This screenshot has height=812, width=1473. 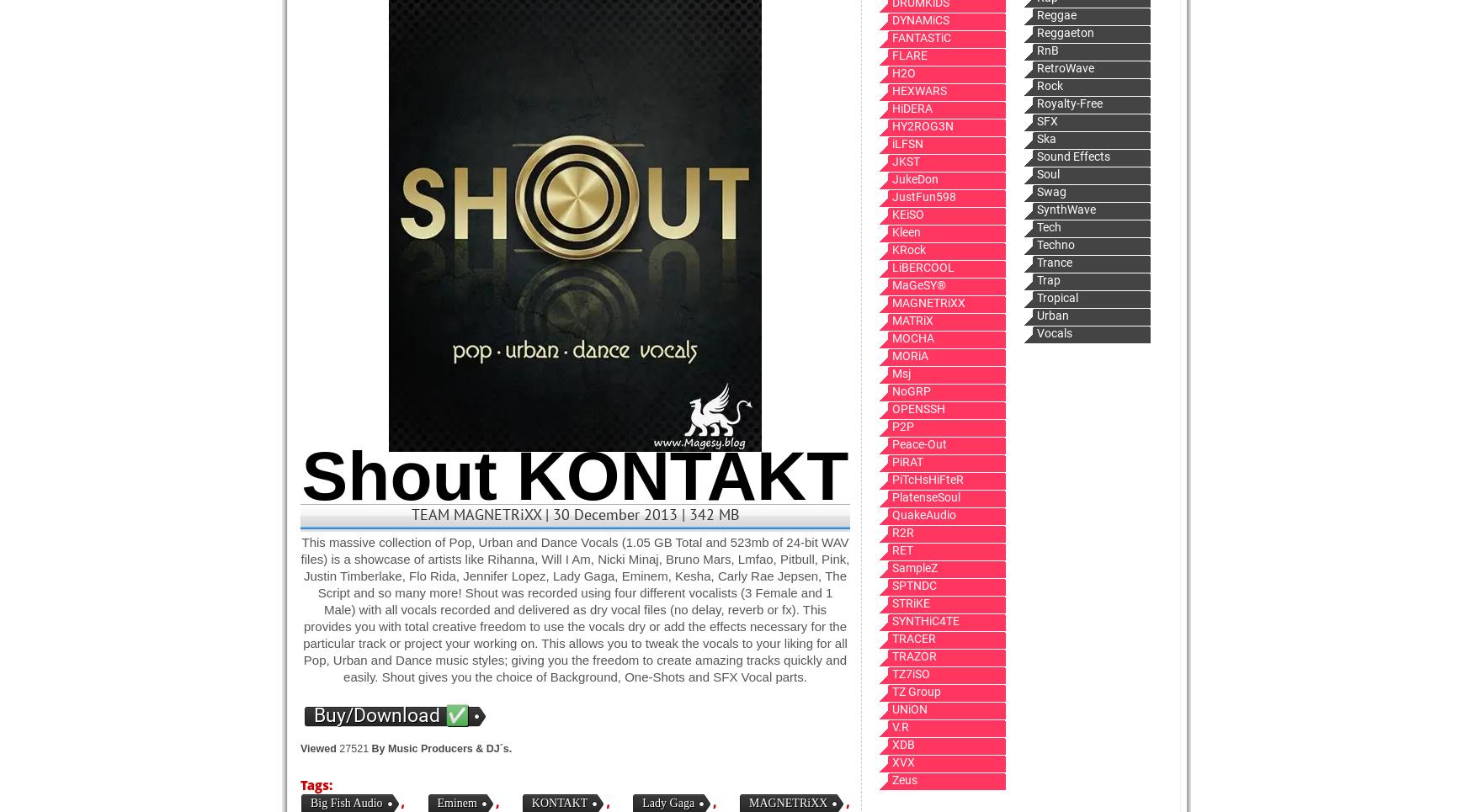 I want to click on 'KONTAKT', so click(x=558, y=803).